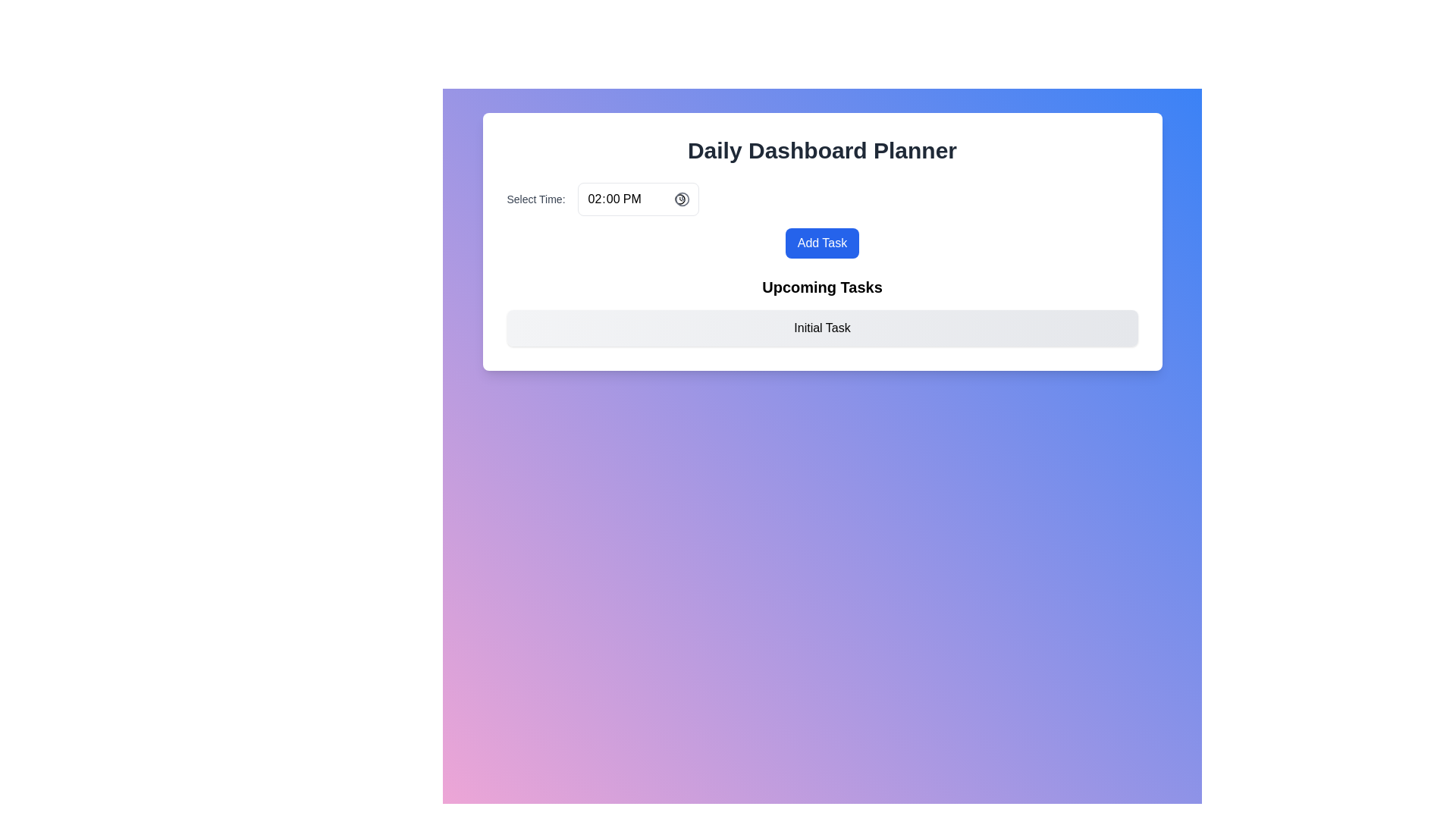 The height and width of the screenshot is (819, 1456). I want to click on the Time input field displaying '02:00 PM' to focus on it, so click(638, 198).